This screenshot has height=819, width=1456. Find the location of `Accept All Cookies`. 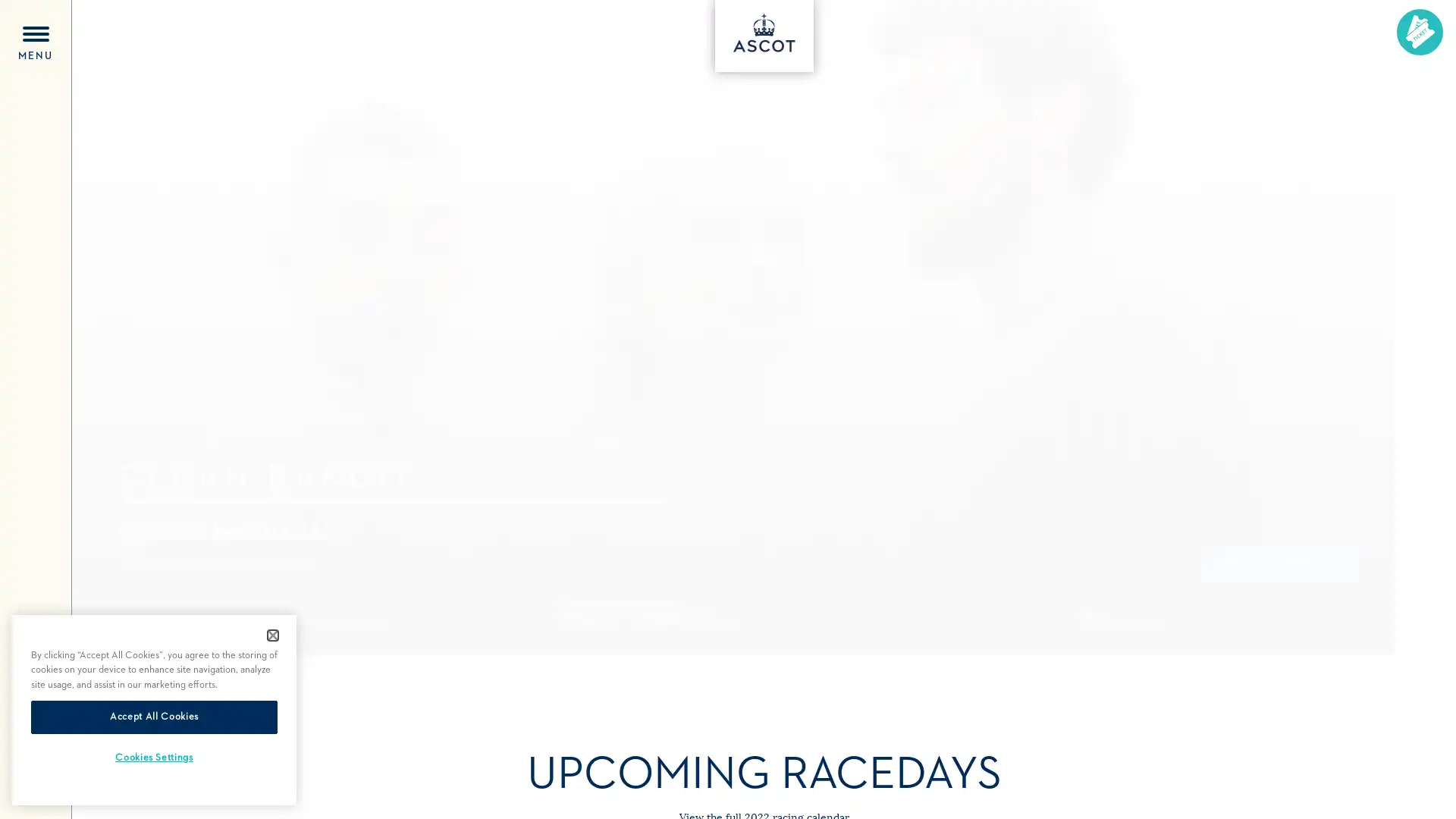

Accept All Cookies is located at coordinates (154, 717).